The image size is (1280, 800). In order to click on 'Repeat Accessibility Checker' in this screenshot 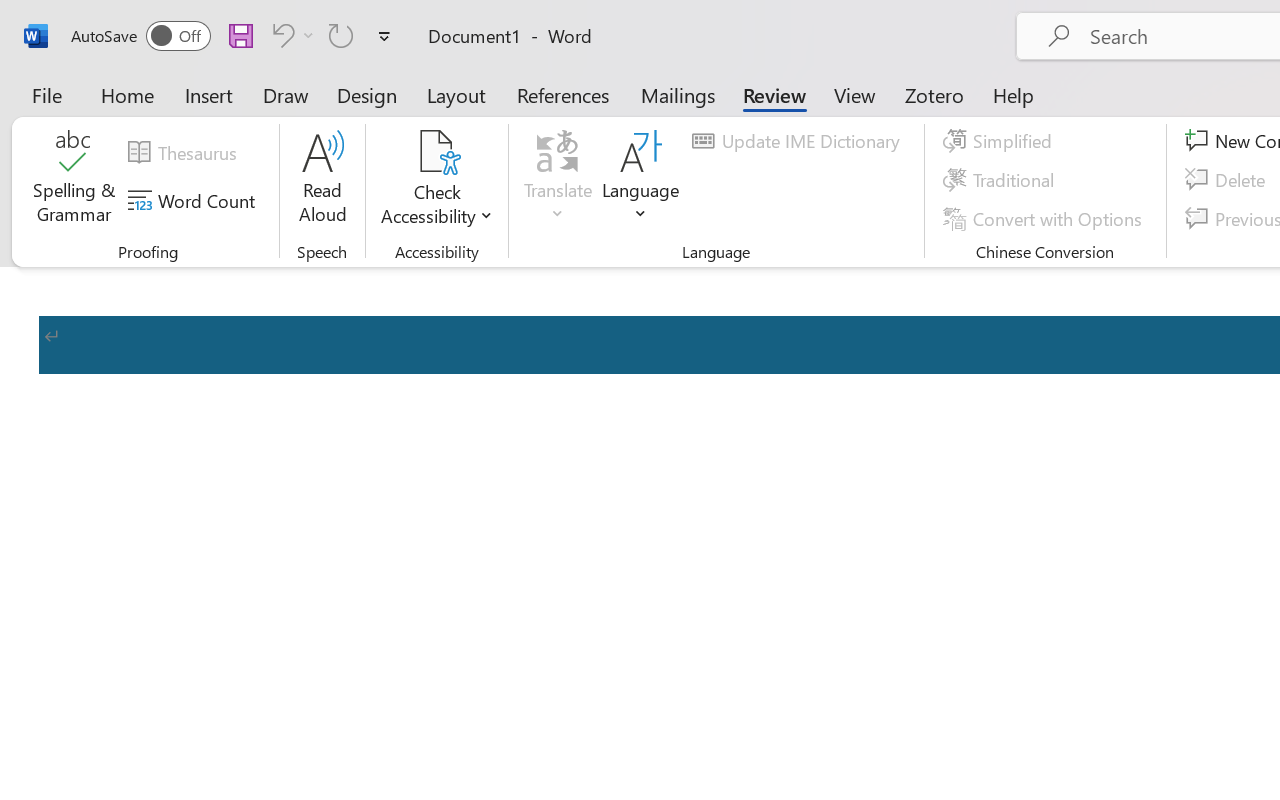, I will do `click(341, 34)`.